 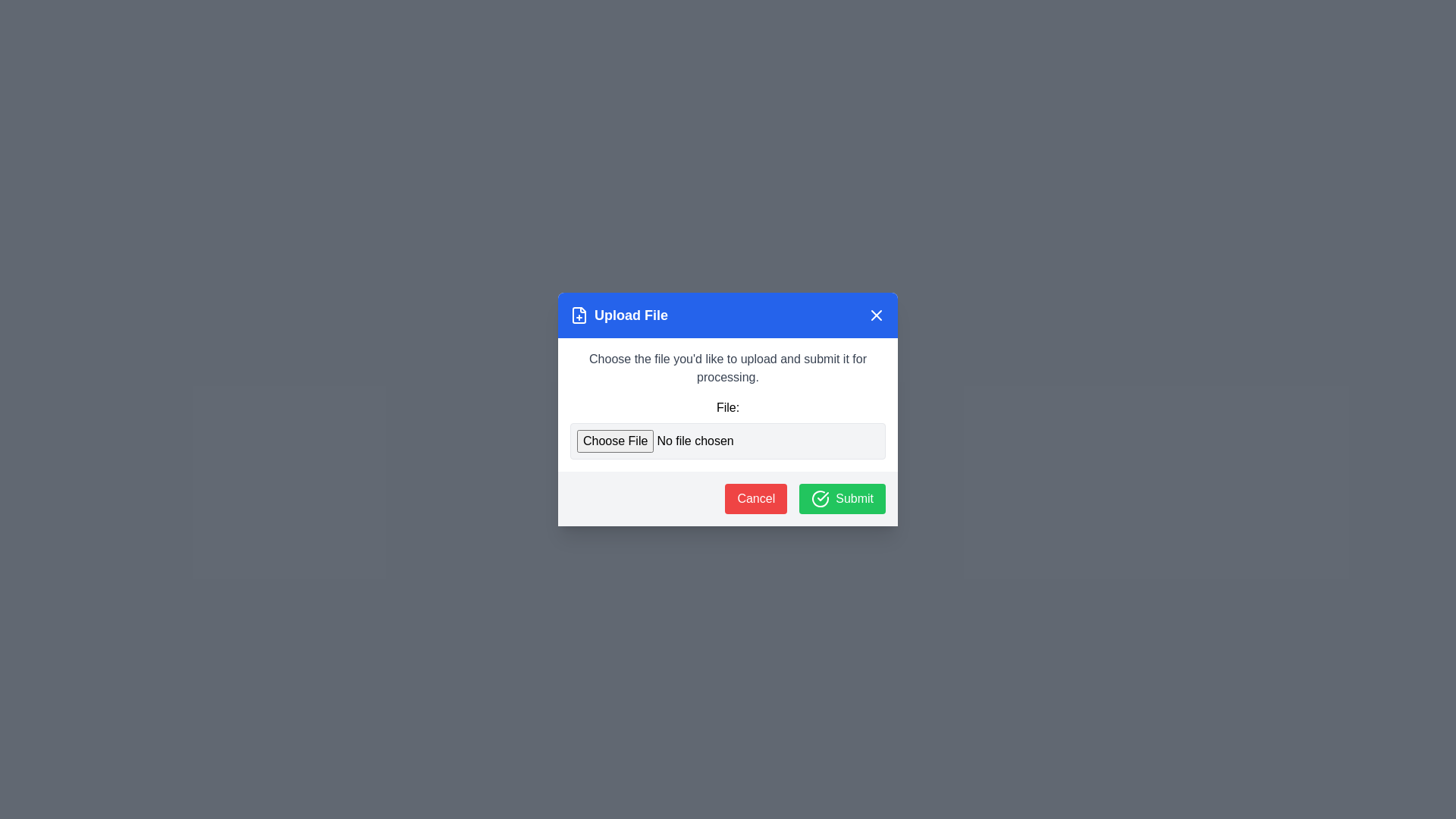 I want to click on close button in the header to dismiss the dialog, so click(x=877, y=315).